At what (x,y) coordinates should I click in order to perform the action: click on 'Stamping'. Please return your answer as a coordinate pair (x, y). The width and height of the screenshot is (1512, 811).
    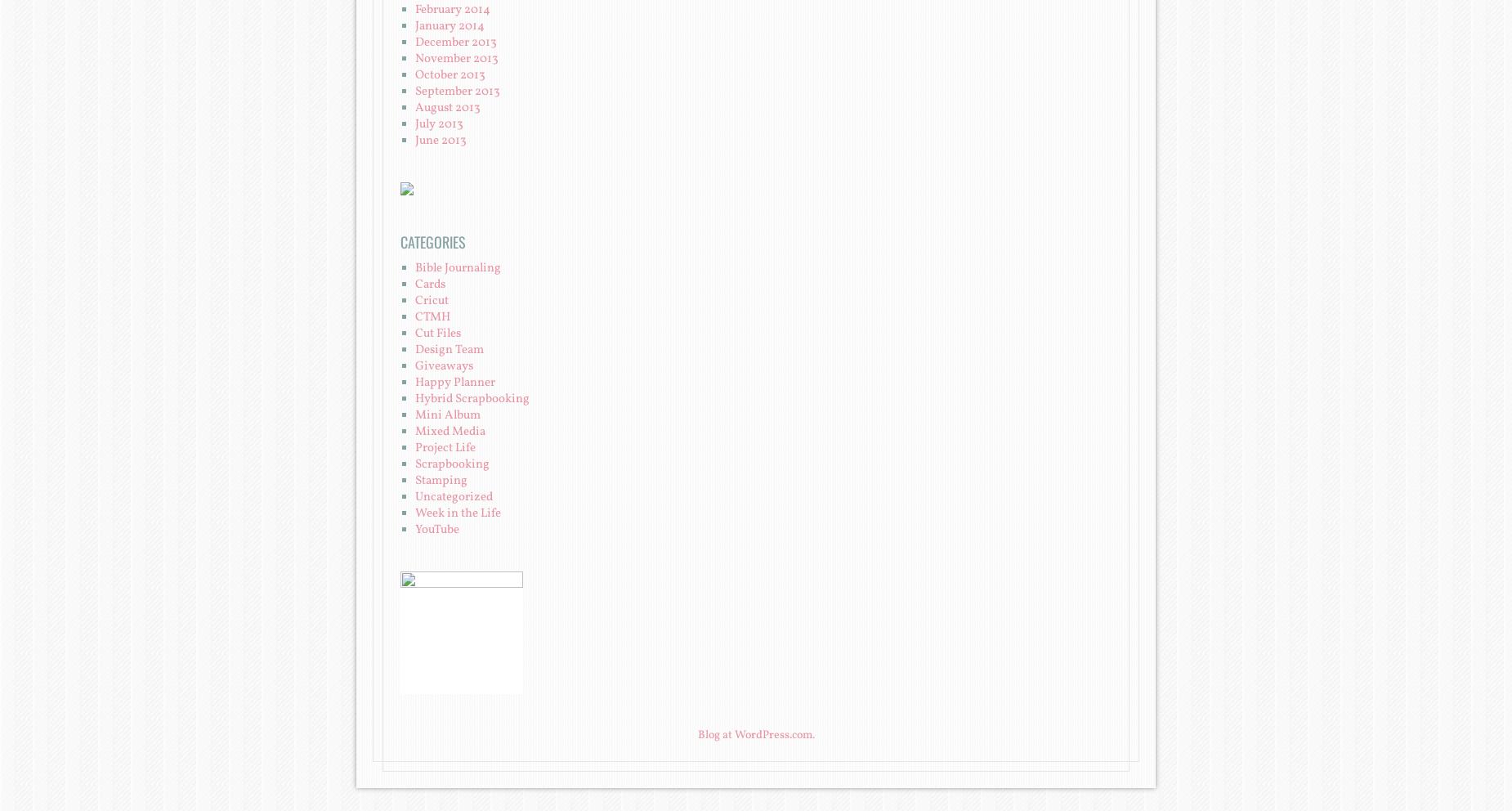
    Looking at the image, I should click on (415, 479).